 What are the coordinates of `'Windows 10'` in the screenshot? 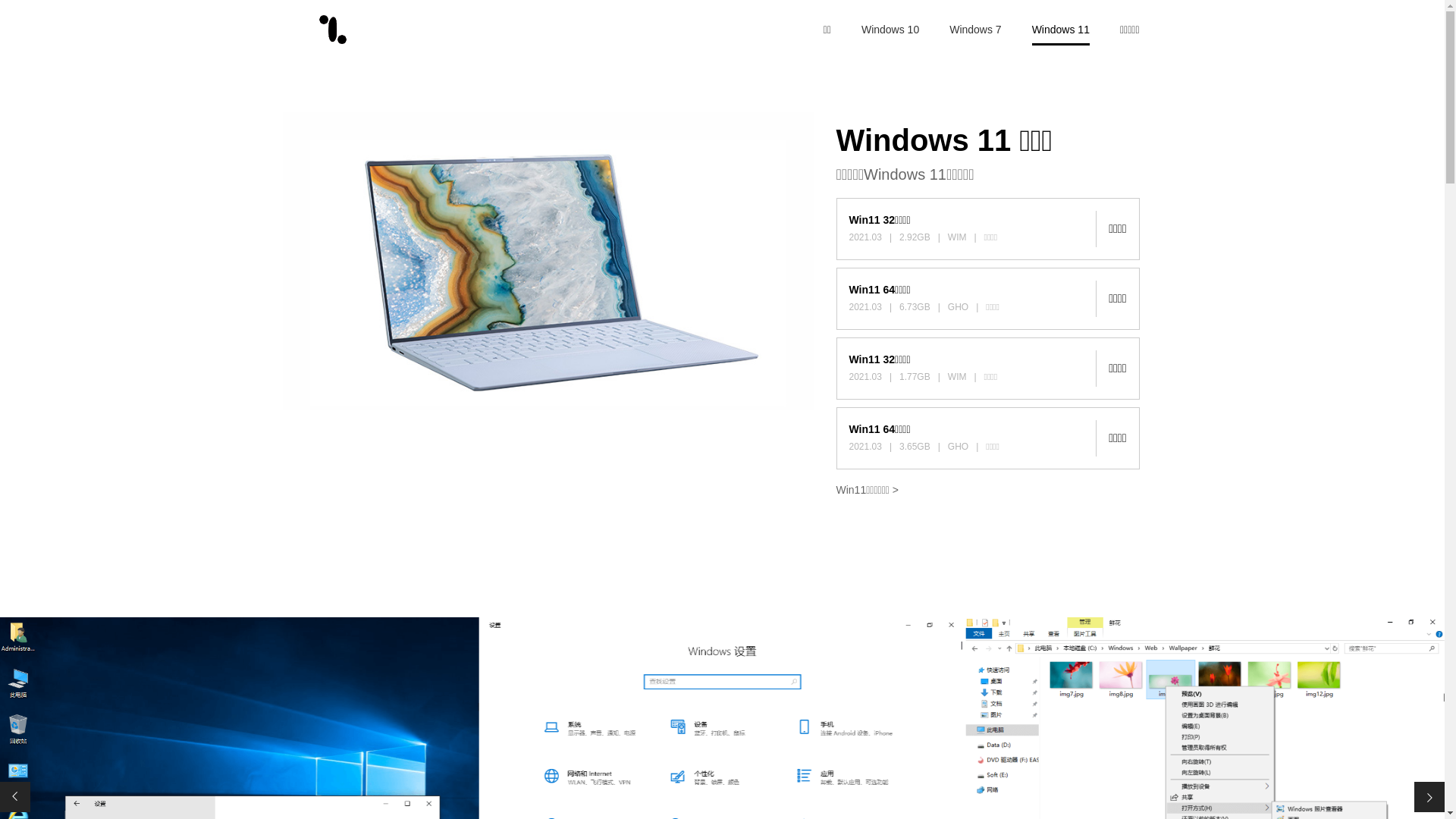 It's located at (861, 29).